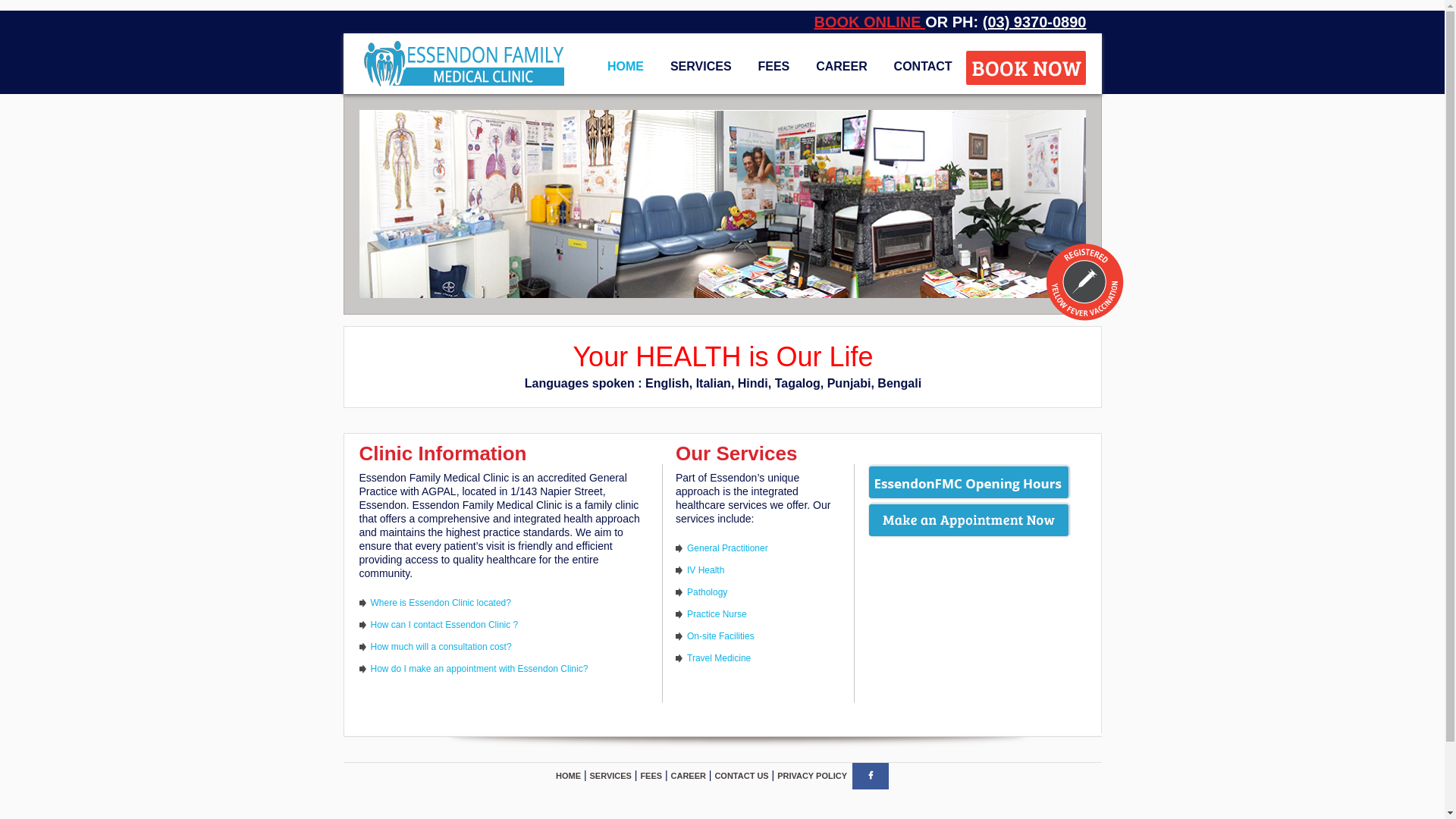 Image resolution: width=1456 pixels, height=819 pixels. What do you see at coordinates (706, 591) in the screenshot?
I see `'Pathology'` at bounding box center [706, 591].